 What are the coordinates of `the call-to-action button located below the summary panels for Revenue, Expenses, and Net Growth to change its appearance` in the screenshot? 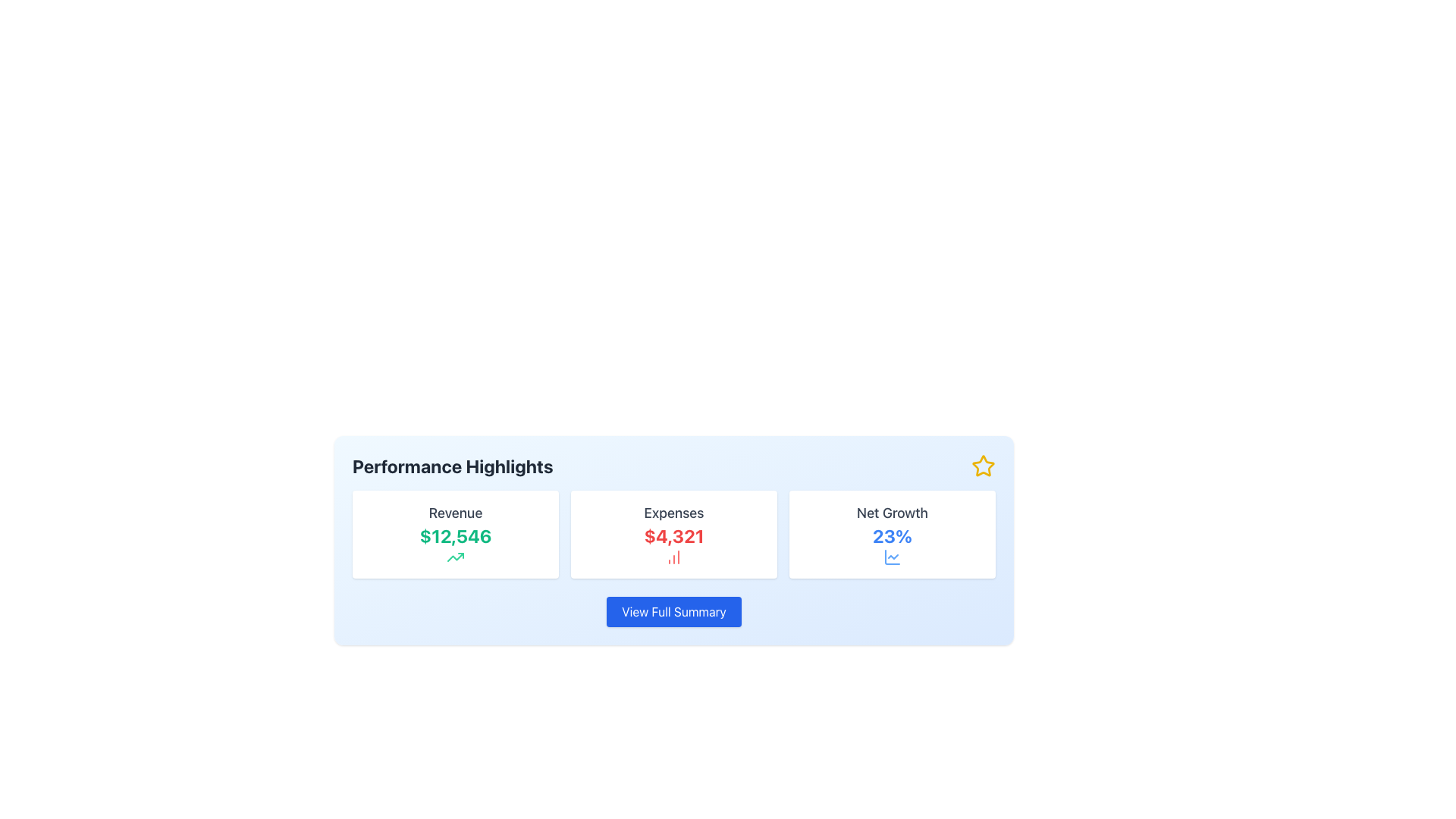 It's located at (673, 610).